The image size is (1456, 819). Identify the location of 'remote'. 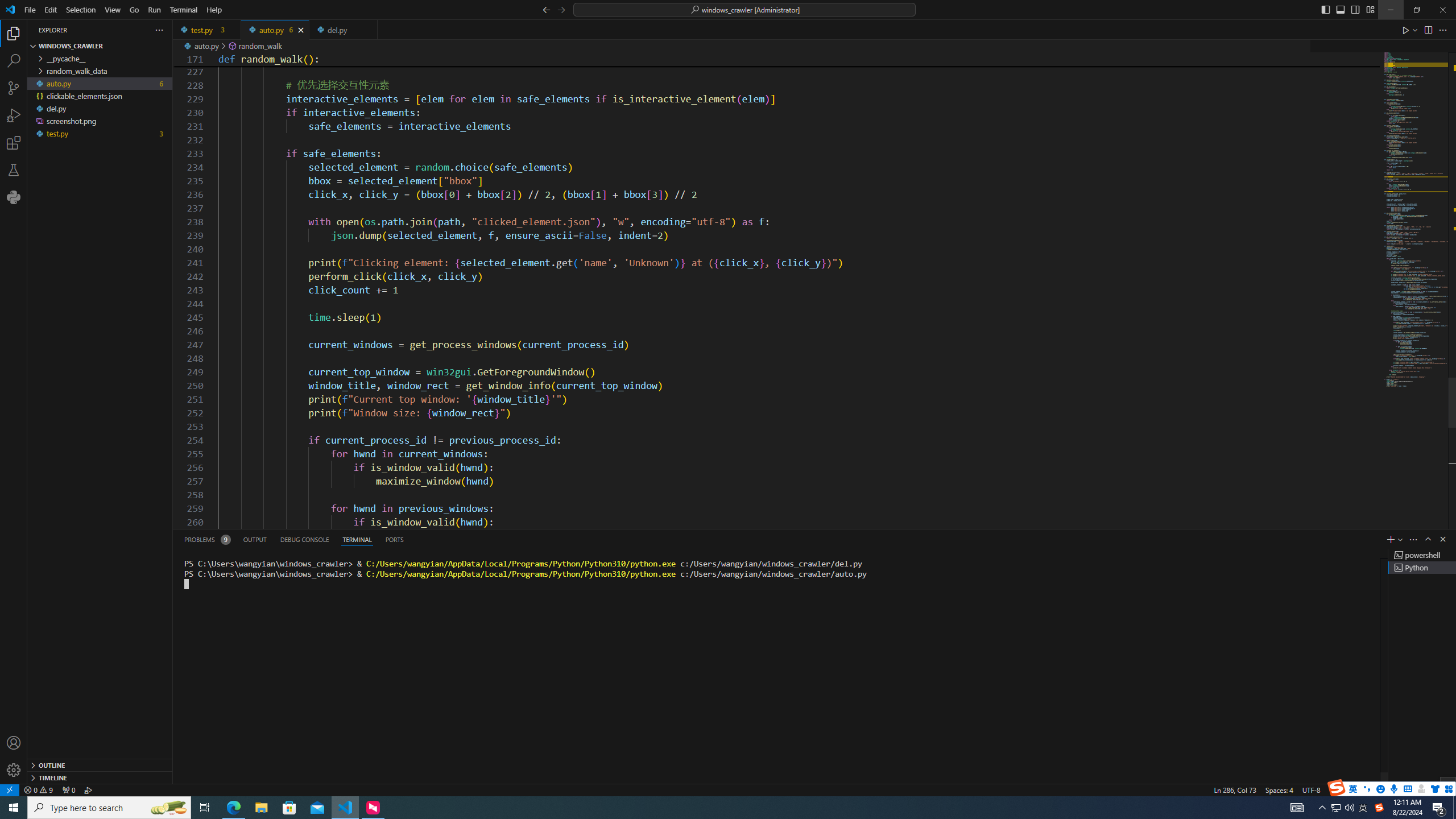
(9, 789).